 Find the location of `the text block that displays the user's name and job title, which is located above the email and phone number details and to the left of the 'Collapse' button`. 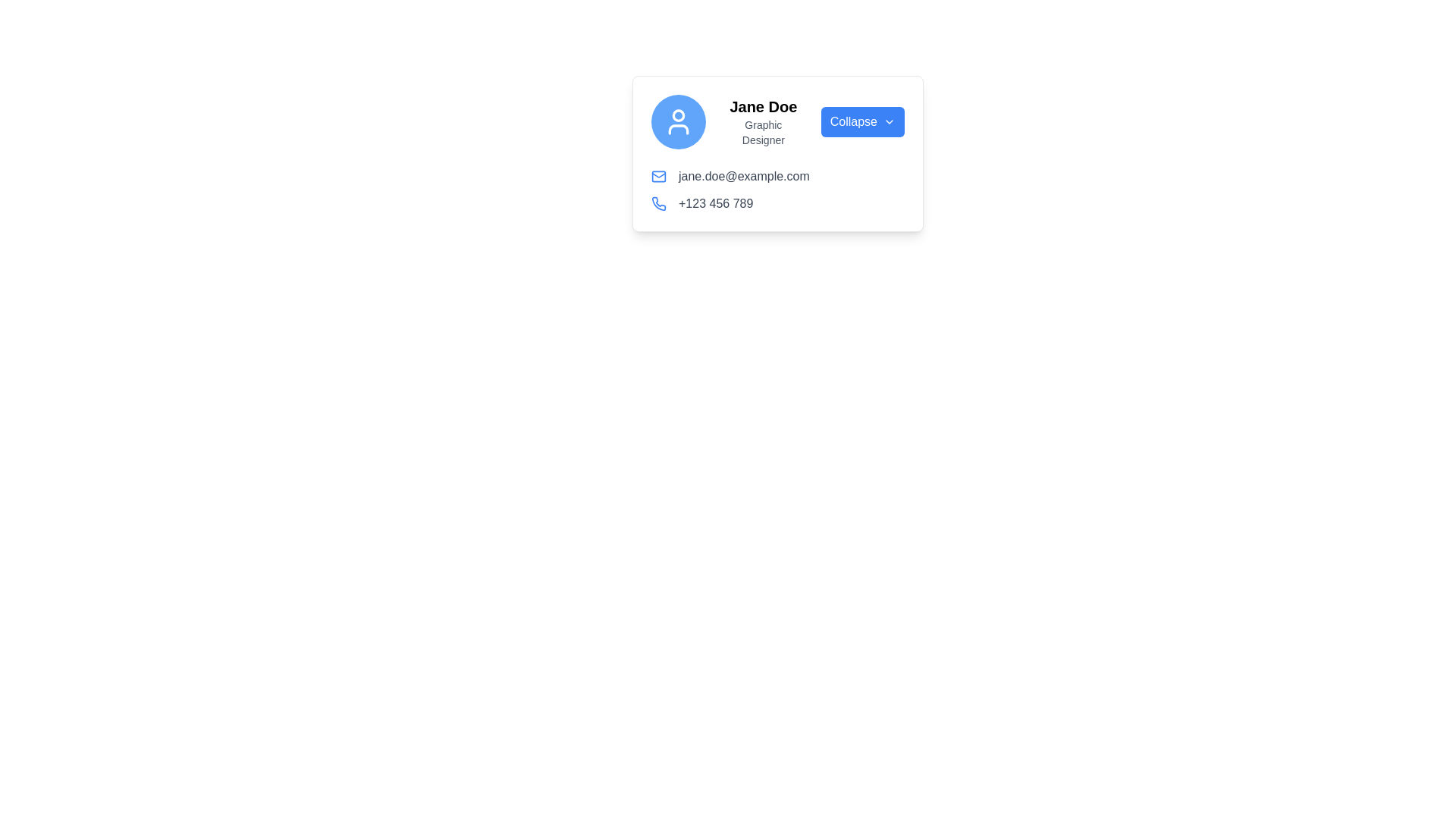

the text block that displays the user's name and job title, which is located above the email and phone number details and to the left of the 'Collapse' button is located at coordinates (763, 121).